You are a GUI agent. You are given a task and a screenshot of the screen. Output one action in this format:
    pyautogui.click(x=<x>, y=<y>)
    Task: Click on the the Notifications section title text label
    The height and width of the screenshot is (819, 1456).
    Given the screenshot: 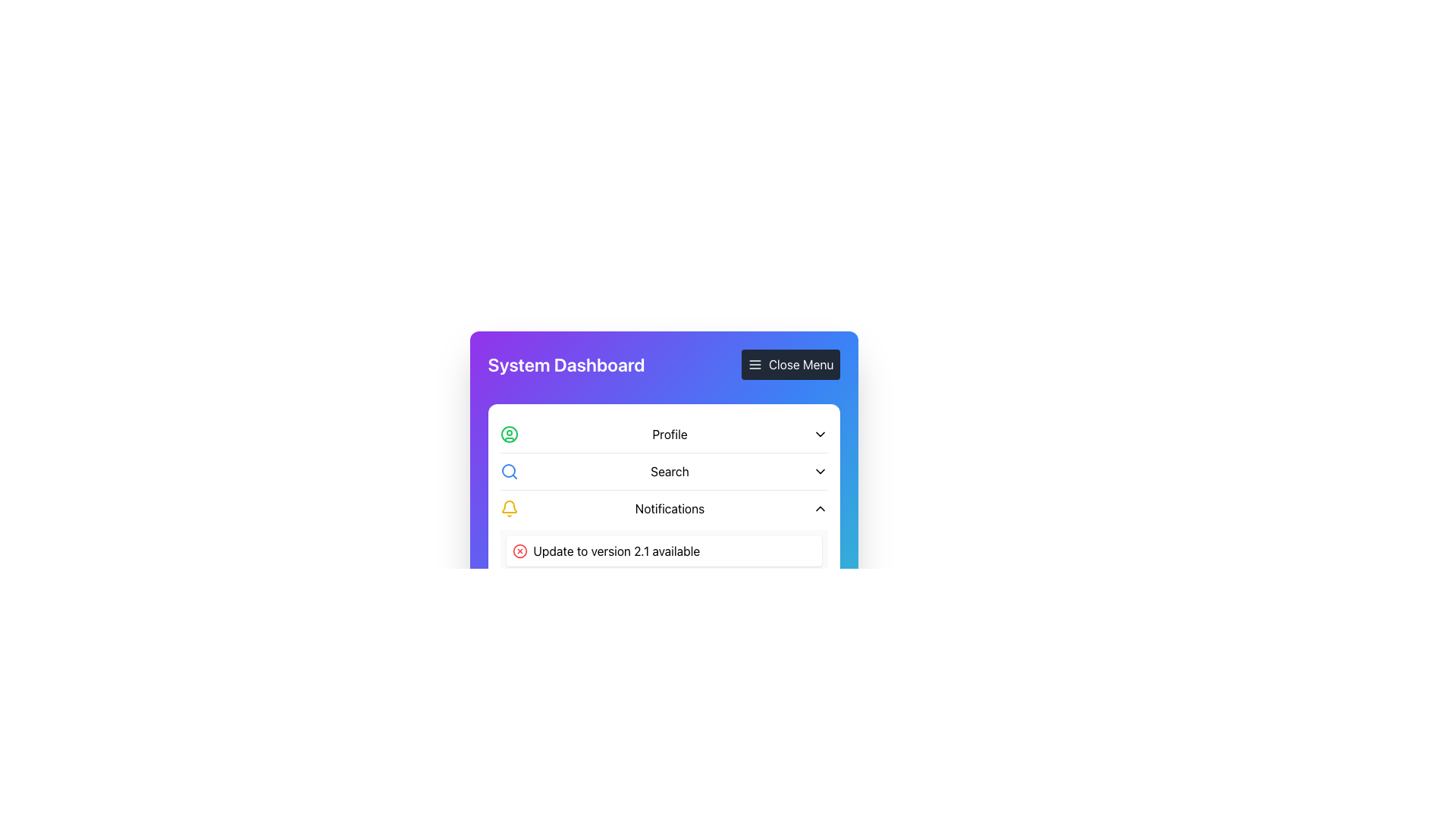 What is the action you would take?
    pyautogui.click(x=669, y=509)
    